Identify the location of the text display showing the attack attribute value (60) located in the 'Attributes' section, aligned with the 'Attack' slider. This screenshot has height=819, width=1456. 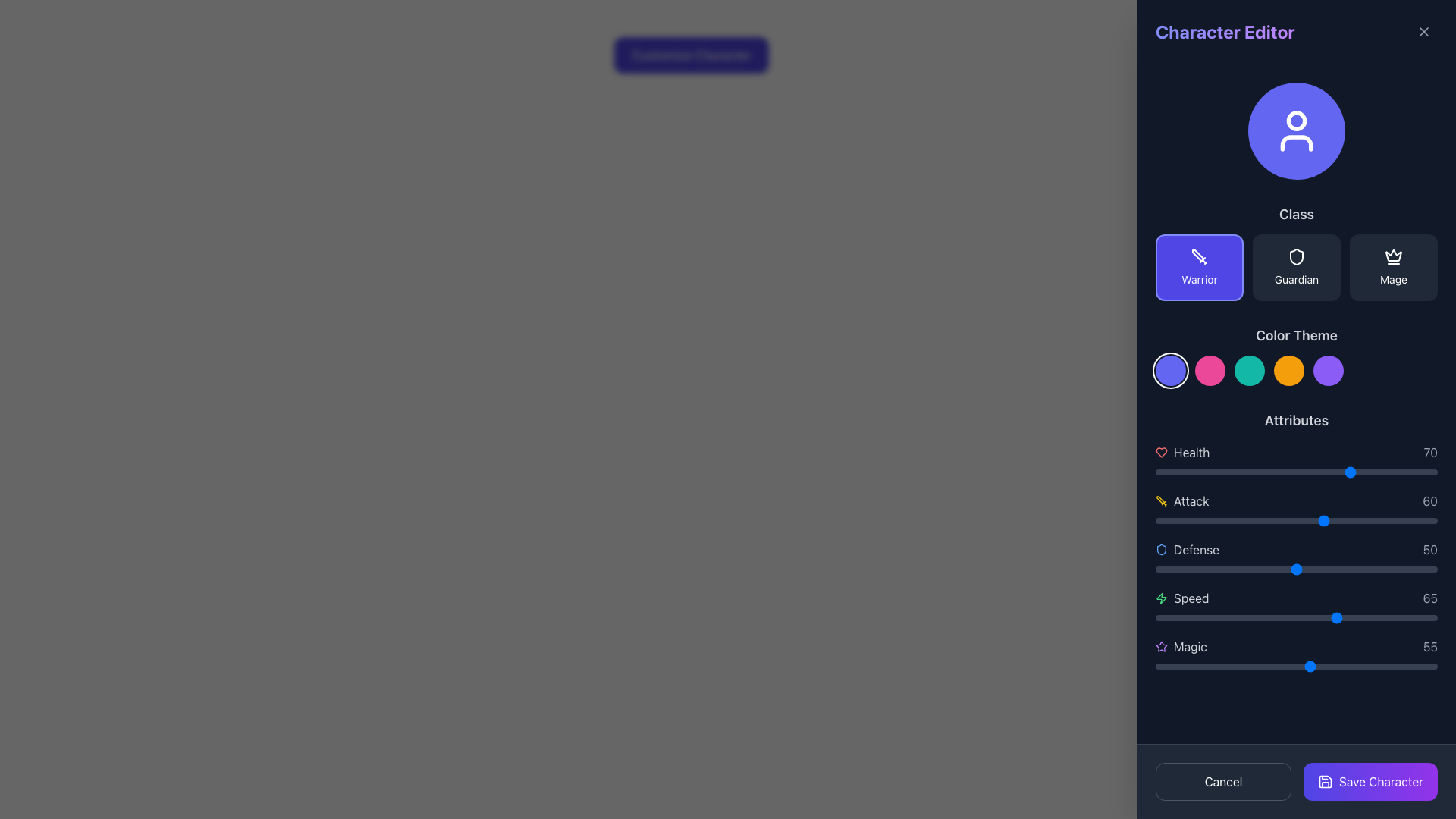
(1429, 500).